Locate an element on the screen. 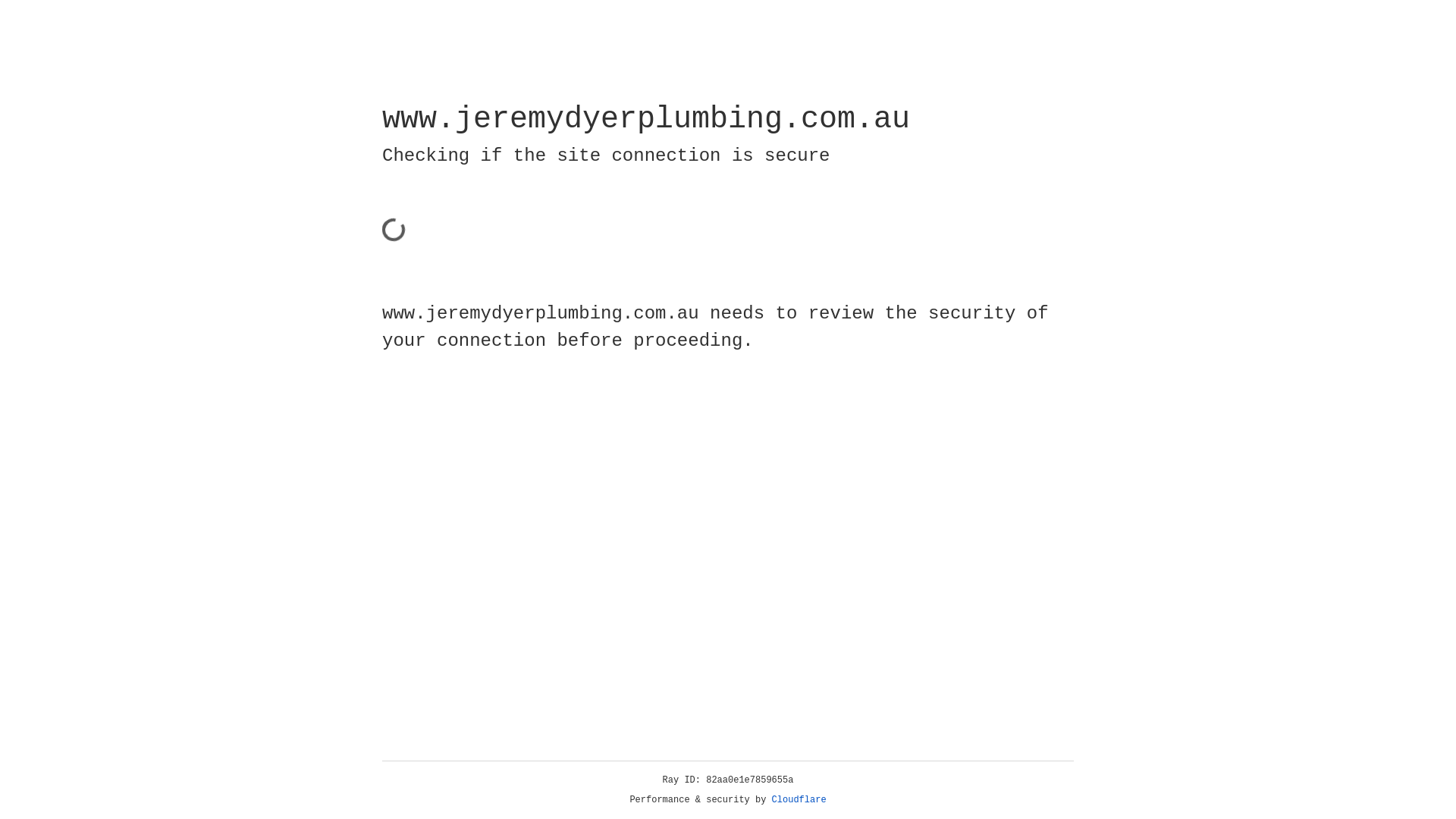  'Cloudflare' is located at coordinates (799, 799).